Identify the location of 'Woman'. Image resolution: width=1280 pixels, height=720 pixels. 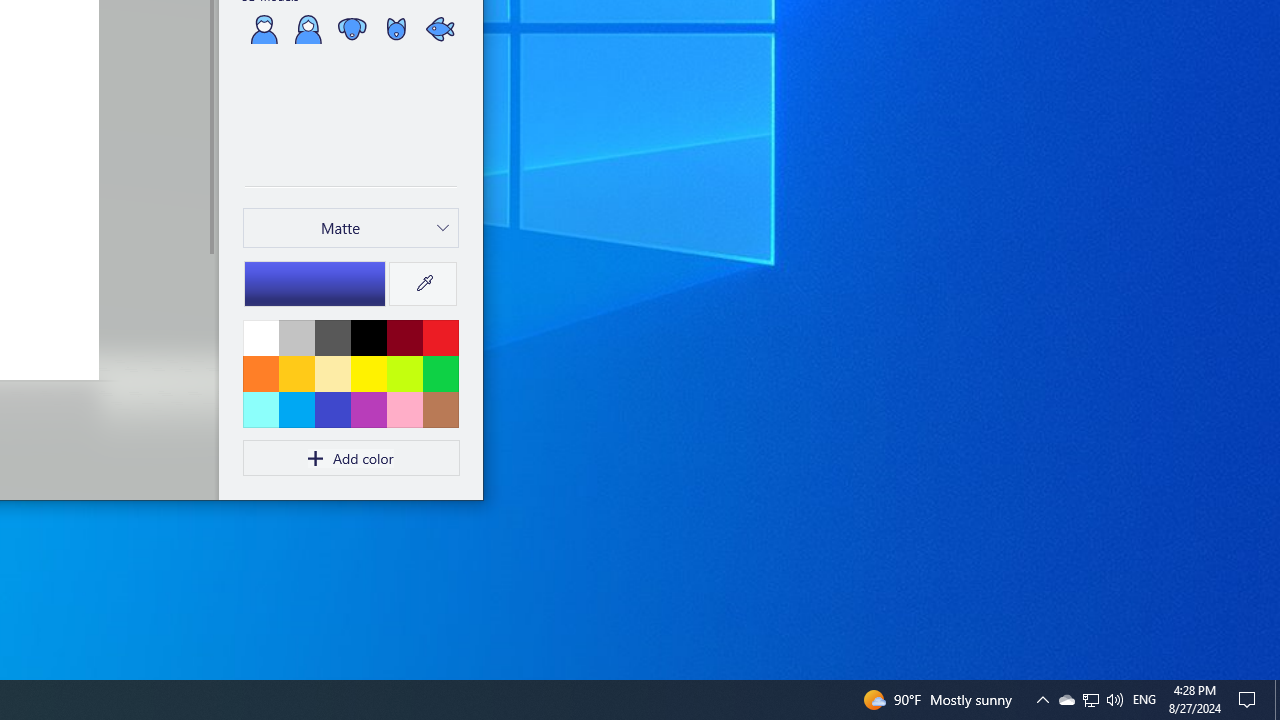
(306, 28).